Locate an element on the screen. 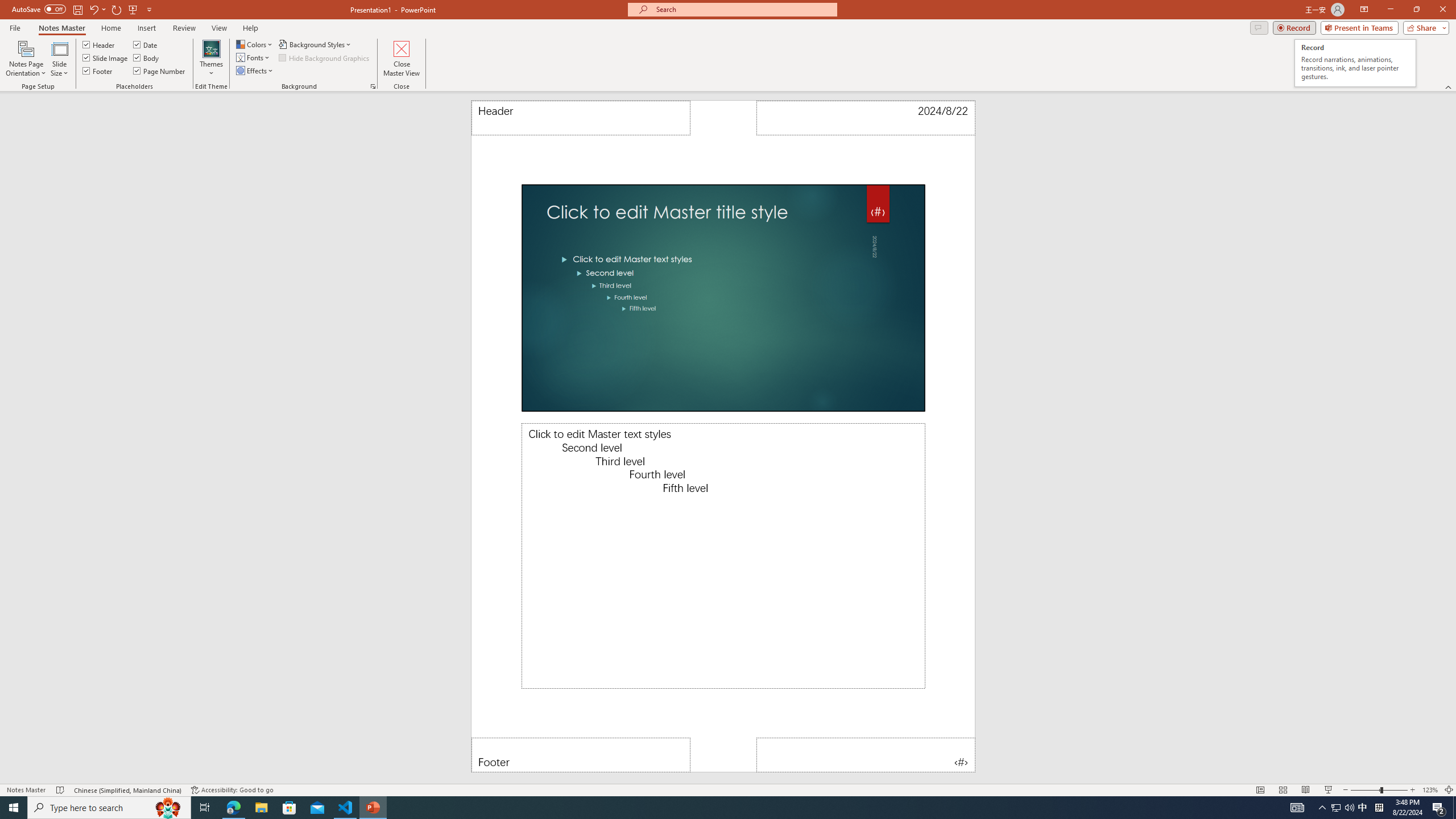 The width and height of the screenshot is (1456, 819). 'Header' is located at coordinates (99, 44).